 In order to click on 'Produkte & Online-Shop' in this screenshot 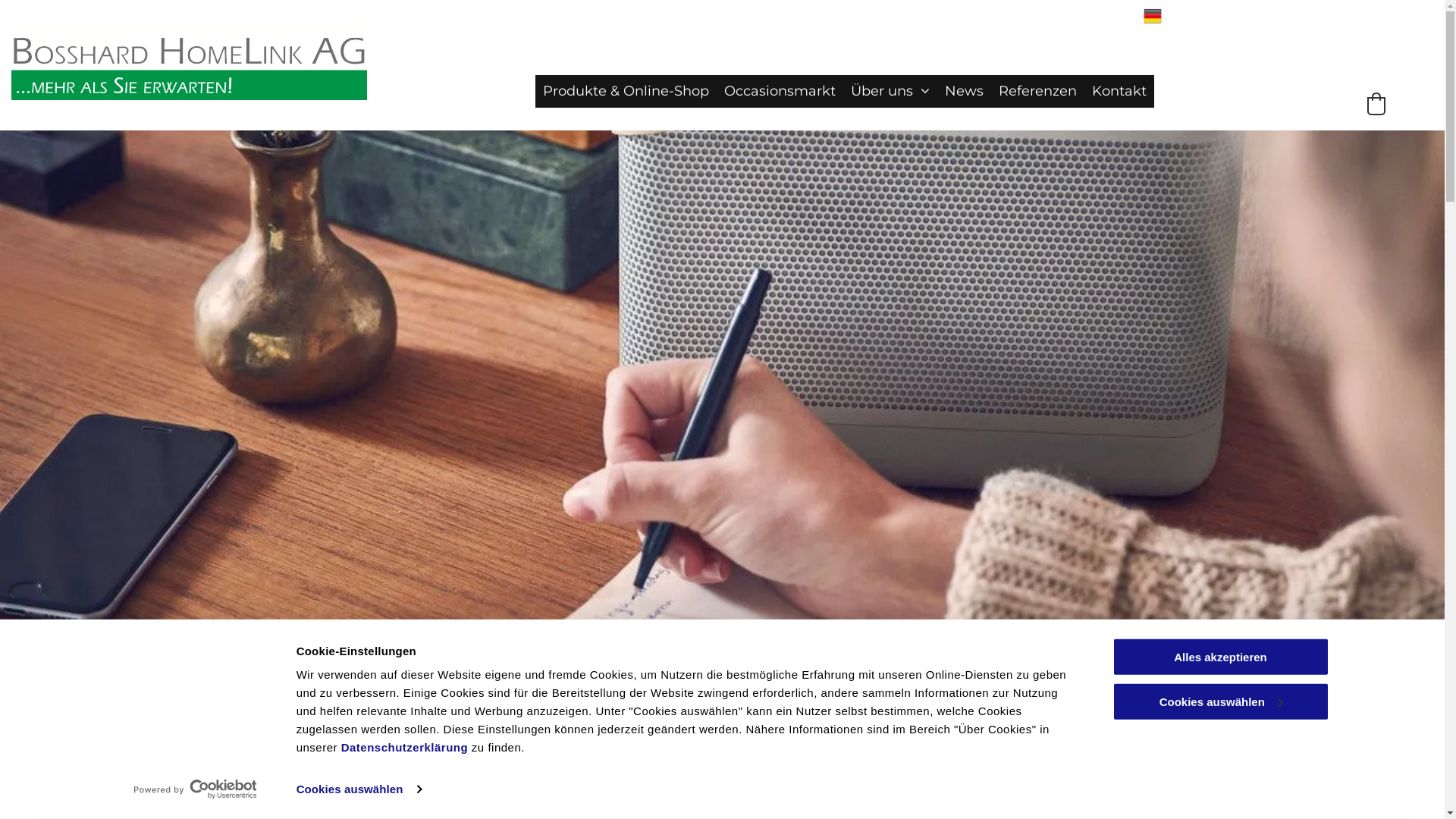, I will do `click(626, 91)`.